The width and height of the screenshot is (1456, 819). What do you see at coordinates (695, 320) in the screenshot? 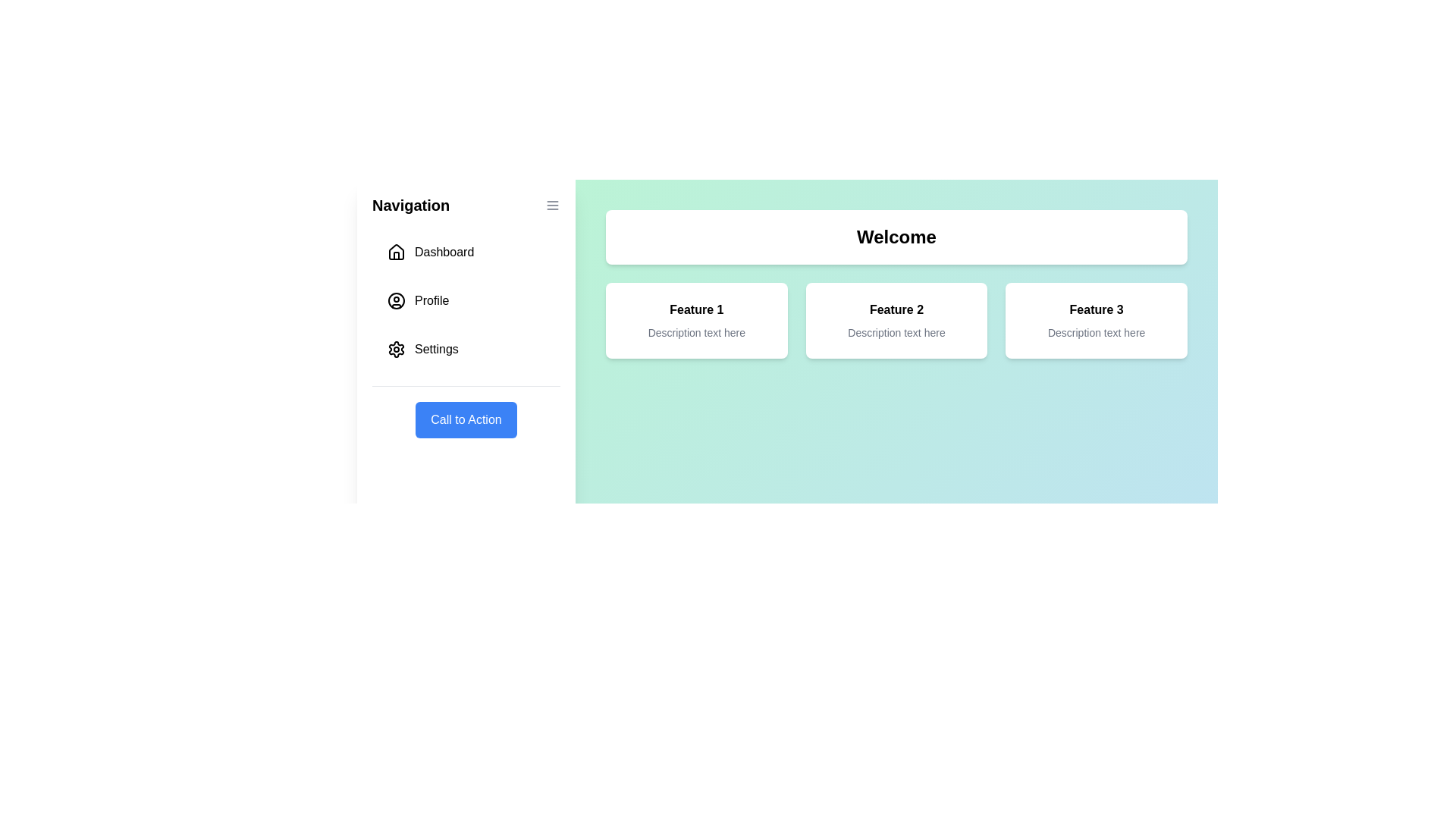
I see `the feature card labeled Feature 1` at bounding box center [695, 320].